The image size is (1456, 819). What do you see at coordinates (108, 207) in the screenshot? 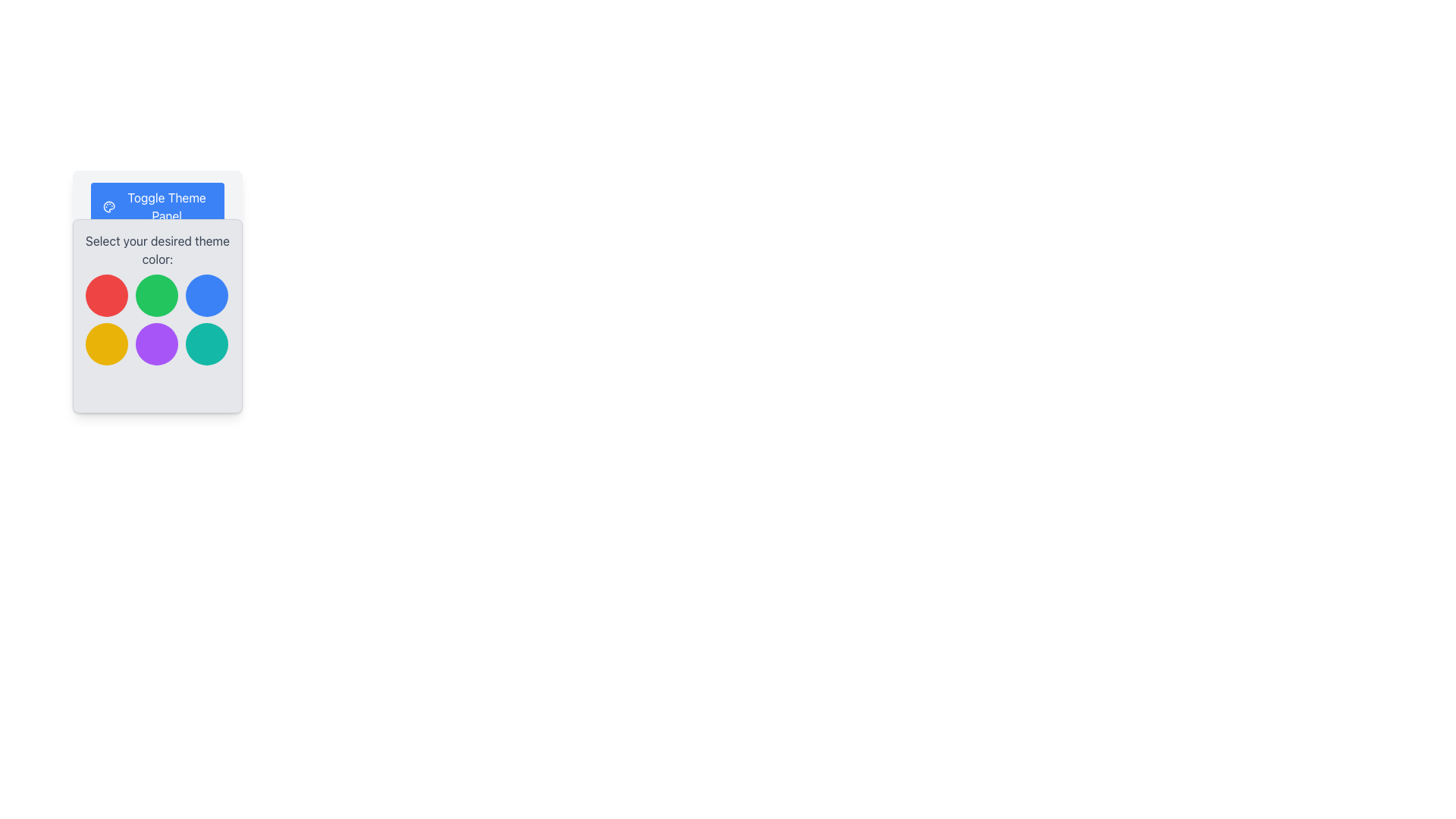
I see `the icon associated with the 'Toggle Theme Panel' button for accessibility purposes` at bounding box center [108, 207].